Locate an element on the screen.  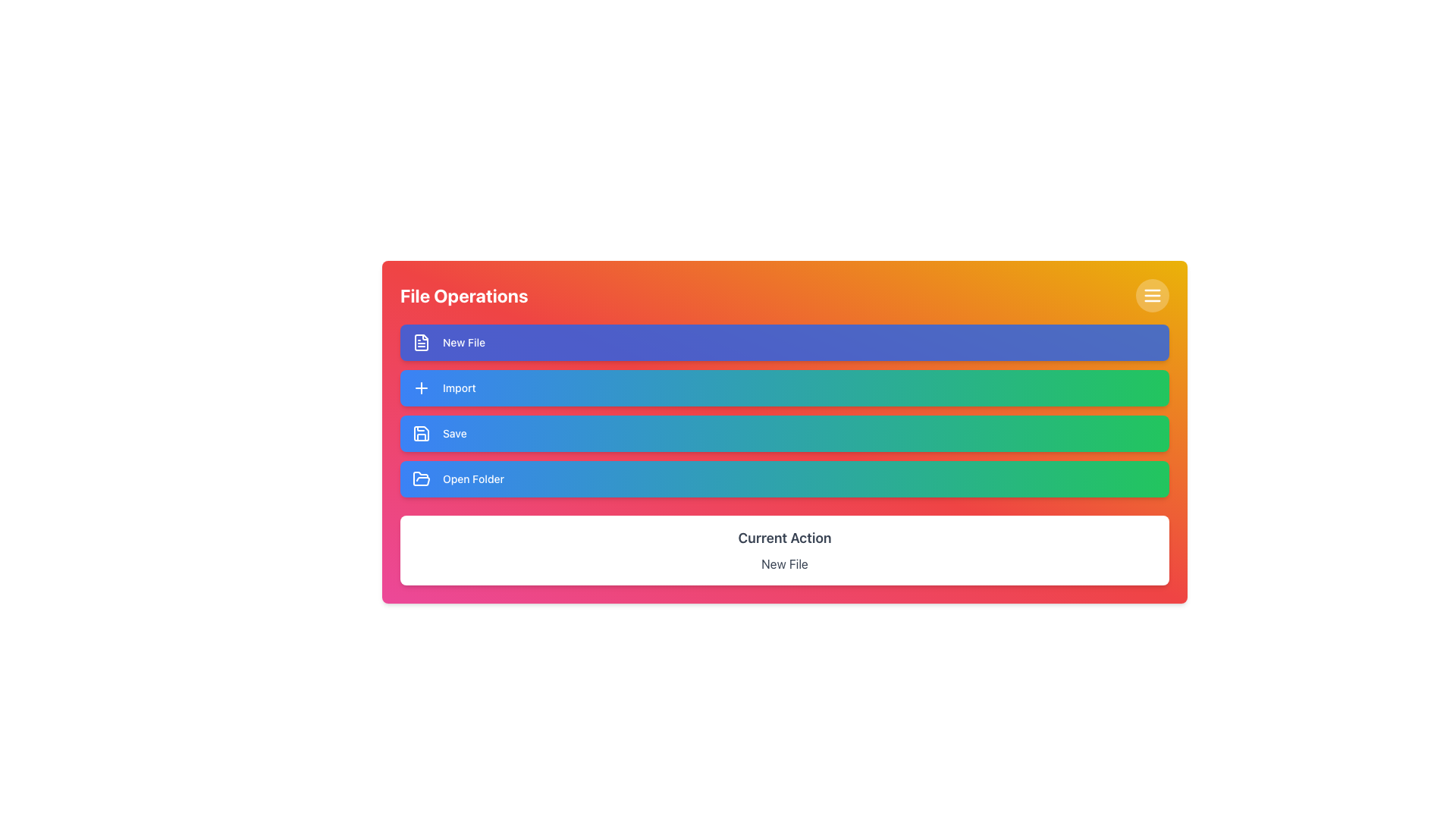
the bold, white-colored text labeled 'File Operations' located in the top-left corner of the header with a gradient background is located at coordinates (463, 295).